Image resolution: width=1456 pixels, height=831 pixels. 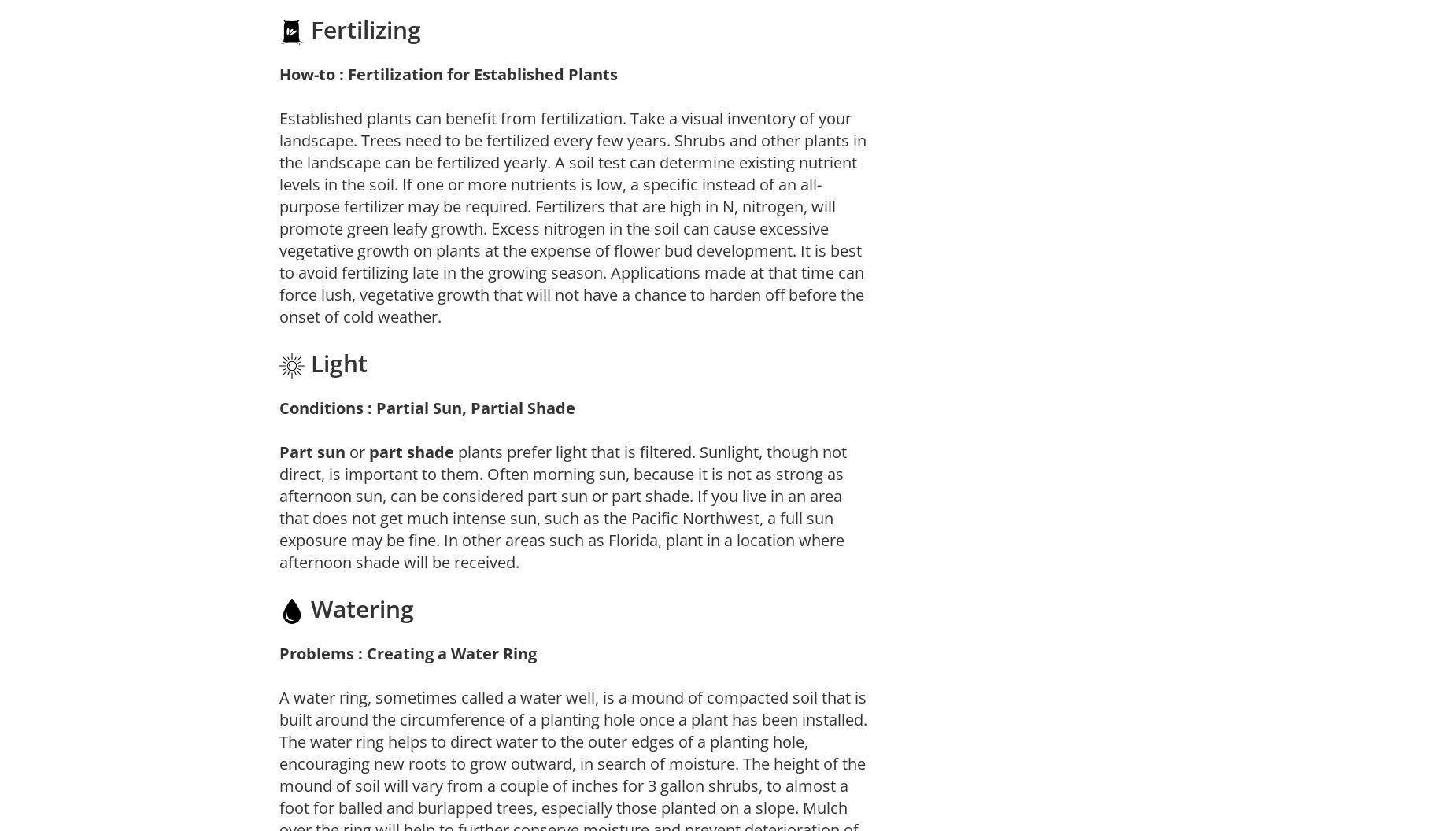 What do you see at coordinates (334, 363) in the screenshot?
I see `'Light'` at bounding box center [334, 363].